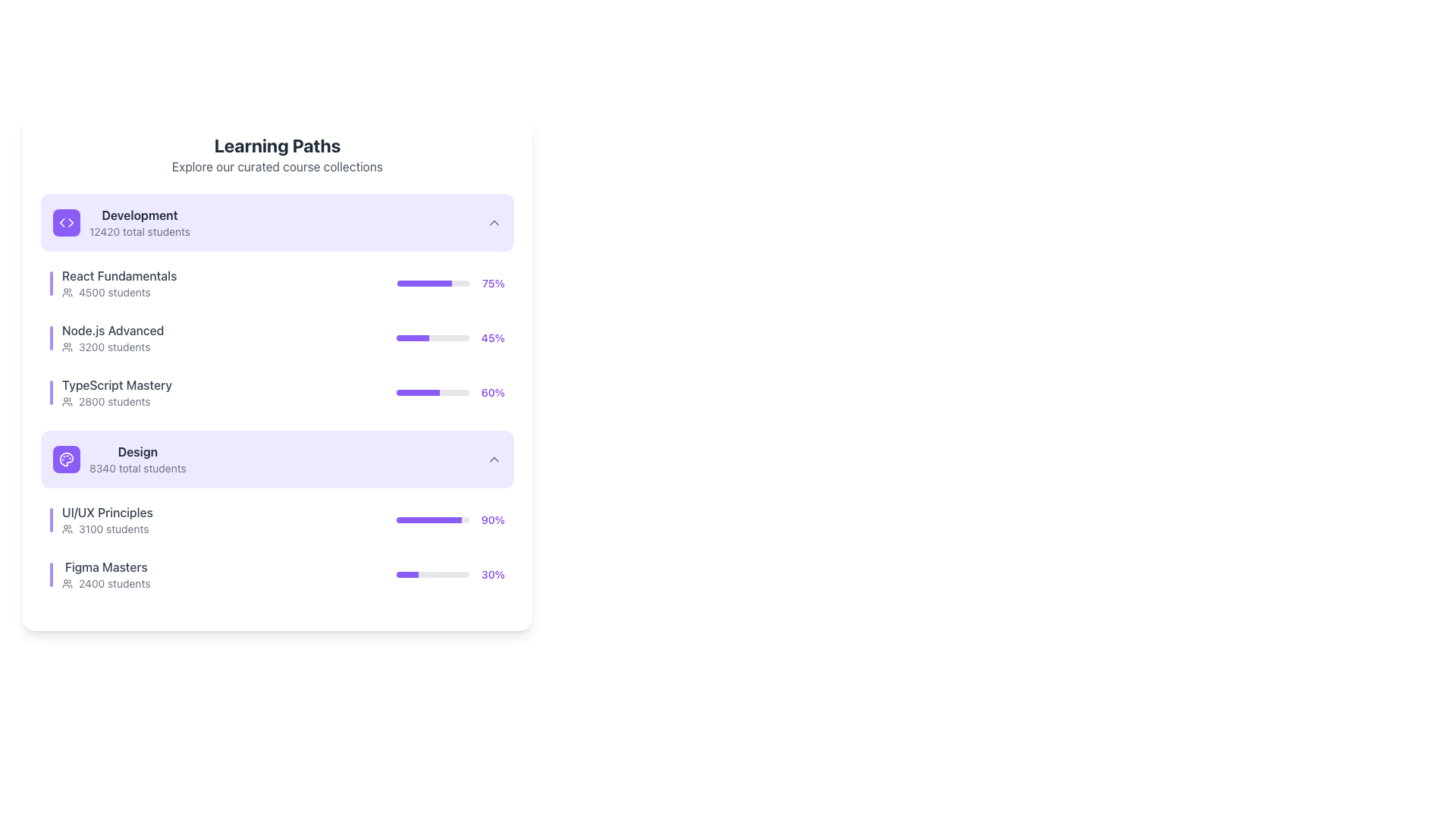 The image size is (1456, 819). I want to click on the 'TypeScript Mastery' hyperlink in the third list item under the 'Development' section to observe hover effects, so click(110, 391).